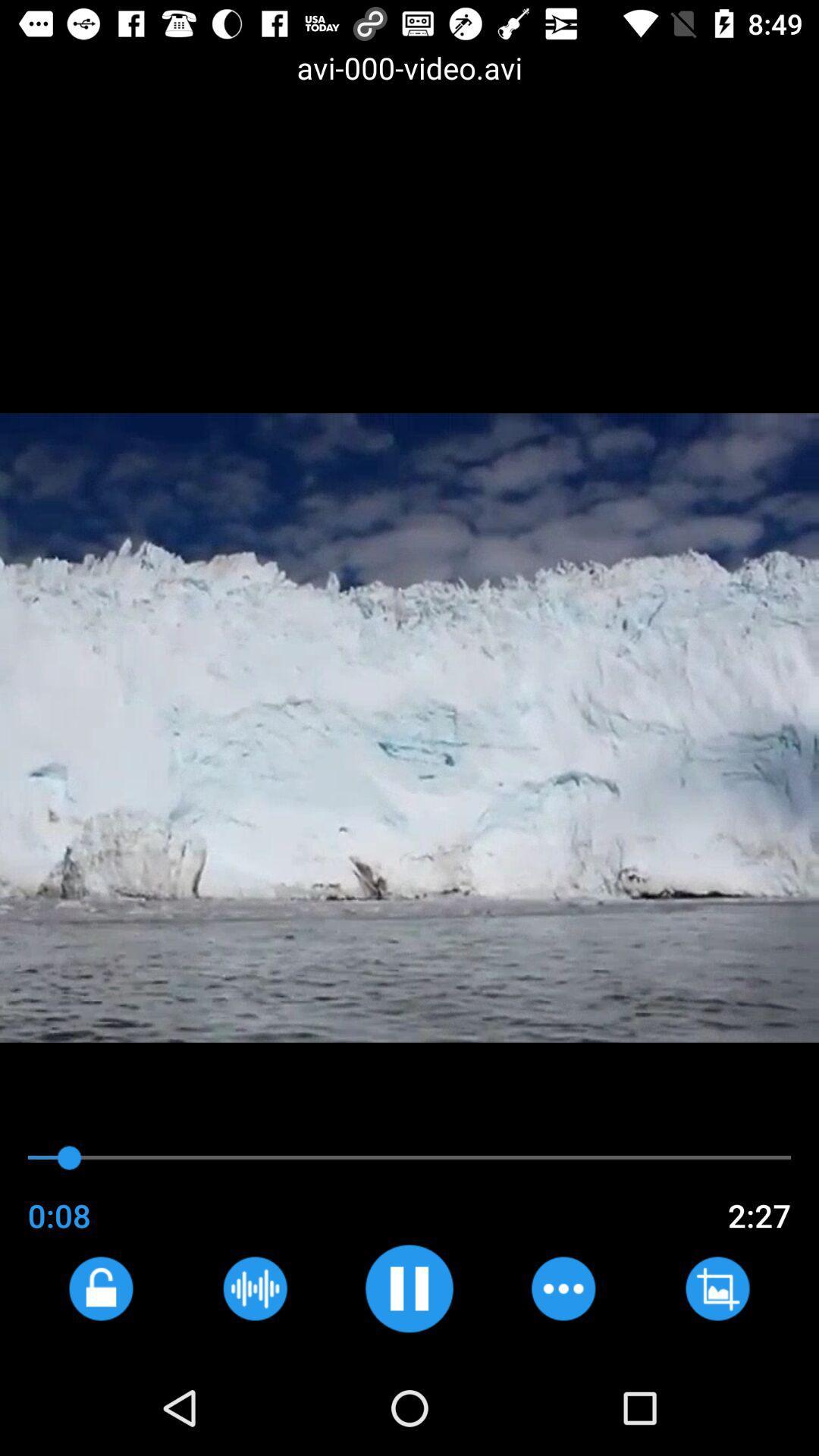  Describe the element at coordinates (717, 1288) in the screenshot. I see `crop button` at that location.